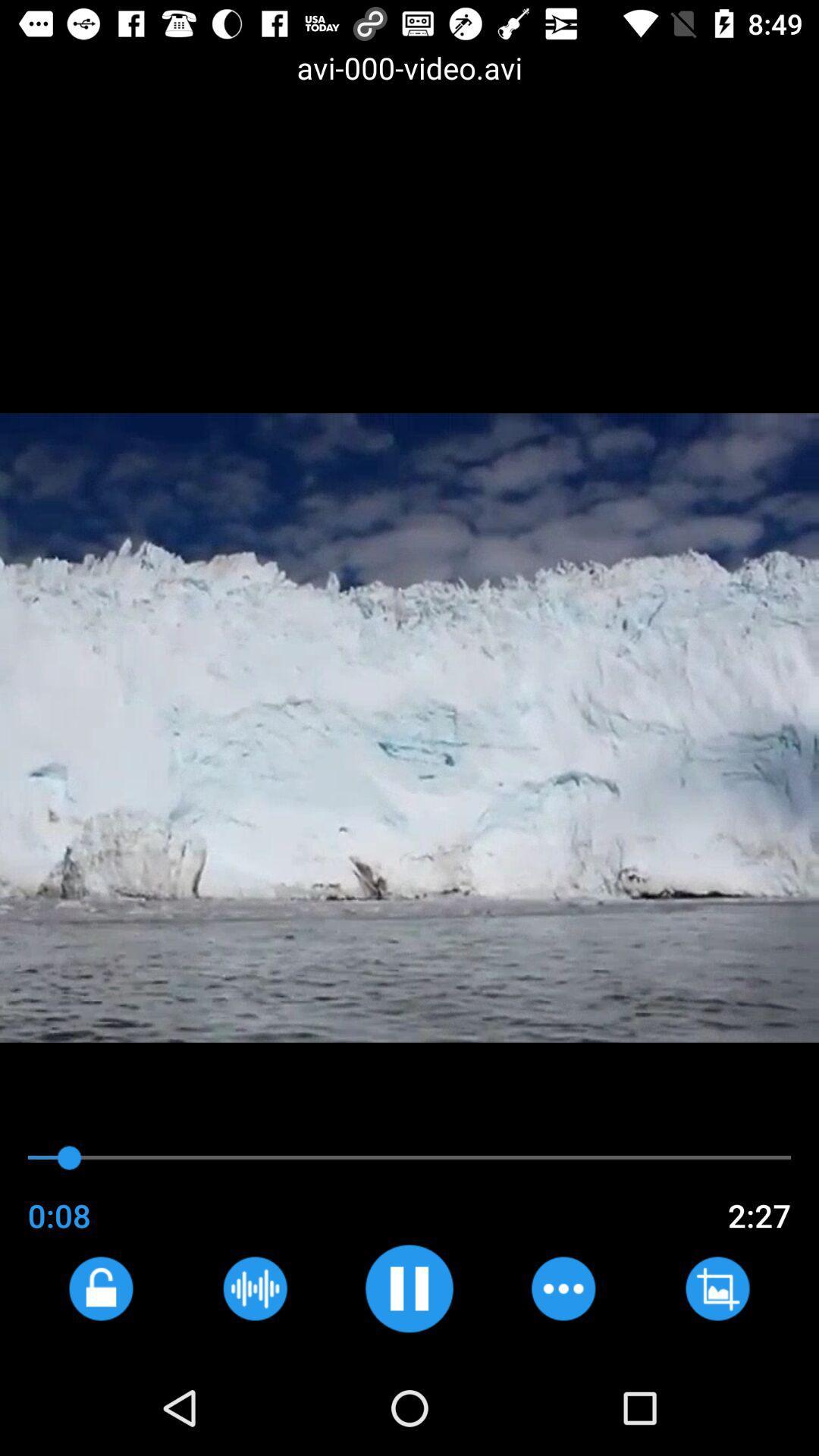  Describe the element at coordinates (717, 1288) in the screenshot. I see `crop button` at that location.